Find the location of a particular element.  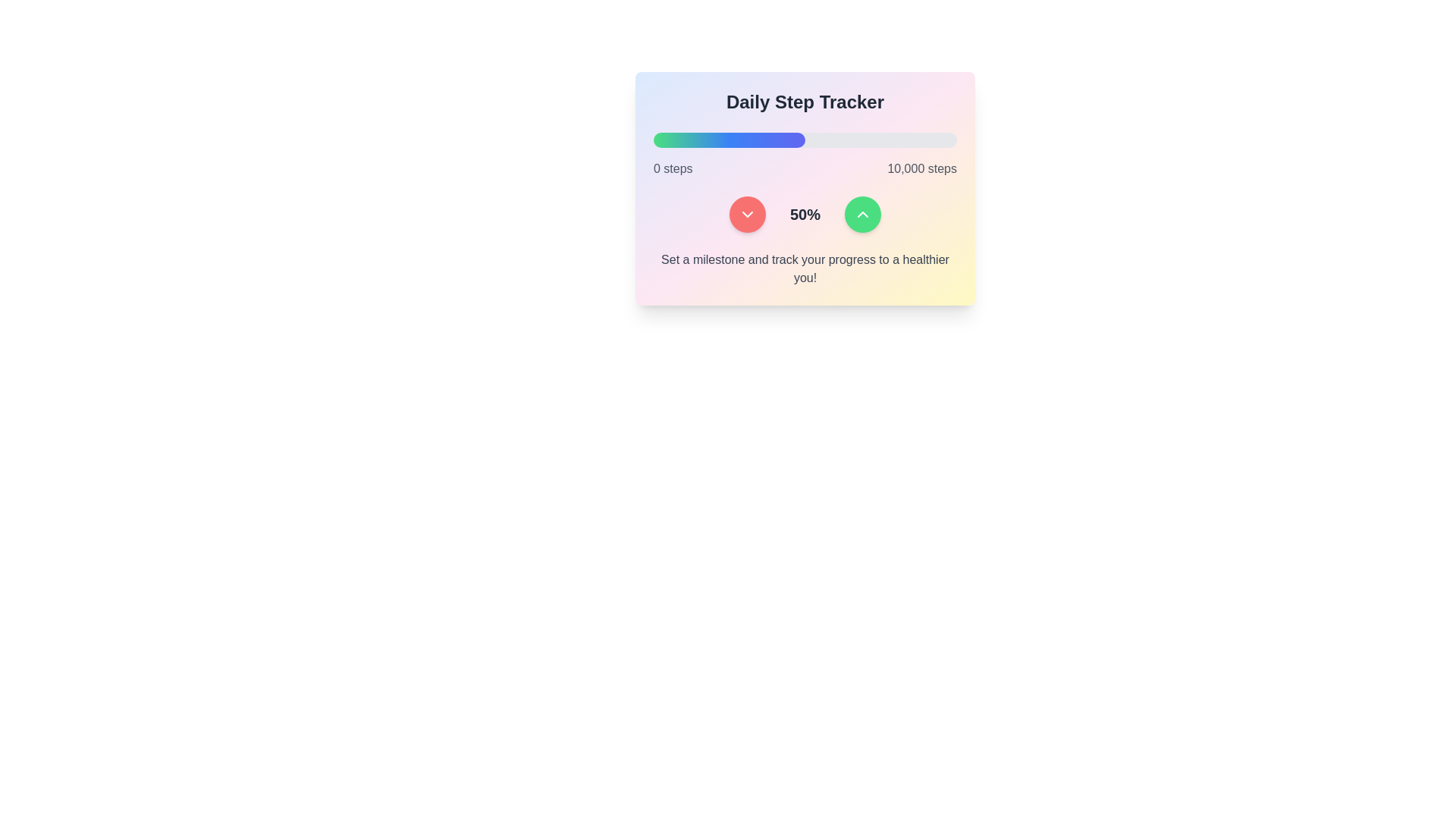

the circular green button with a white upward-pointing chevron icon is located at coordinates (862, 214).